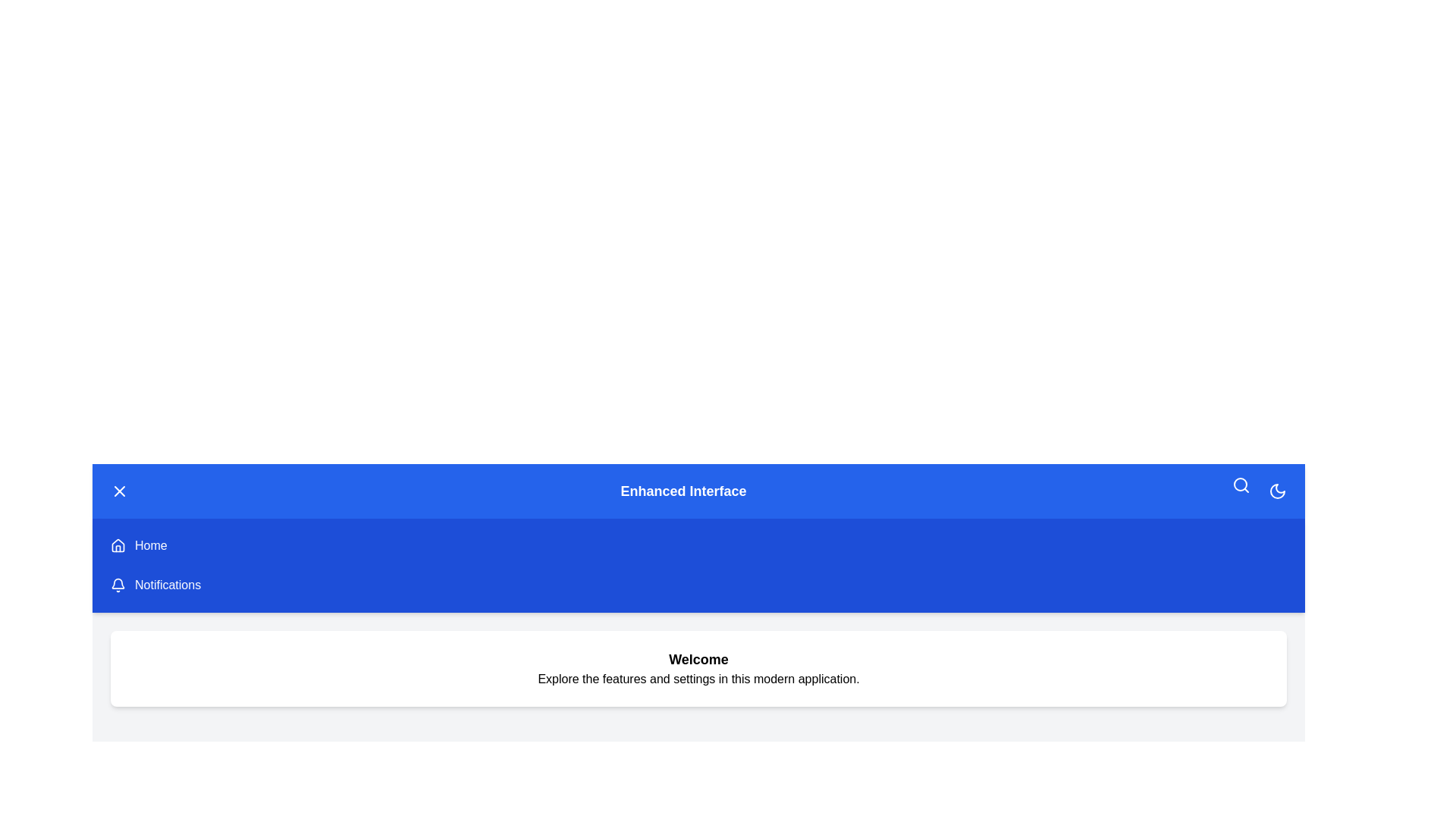 Image resolution: width=1456 pixels, height=819 pixels. Describe the element at coordinates (1241, 485) in the screenshot. I see `the search icon to activate the search functionality` at that location.